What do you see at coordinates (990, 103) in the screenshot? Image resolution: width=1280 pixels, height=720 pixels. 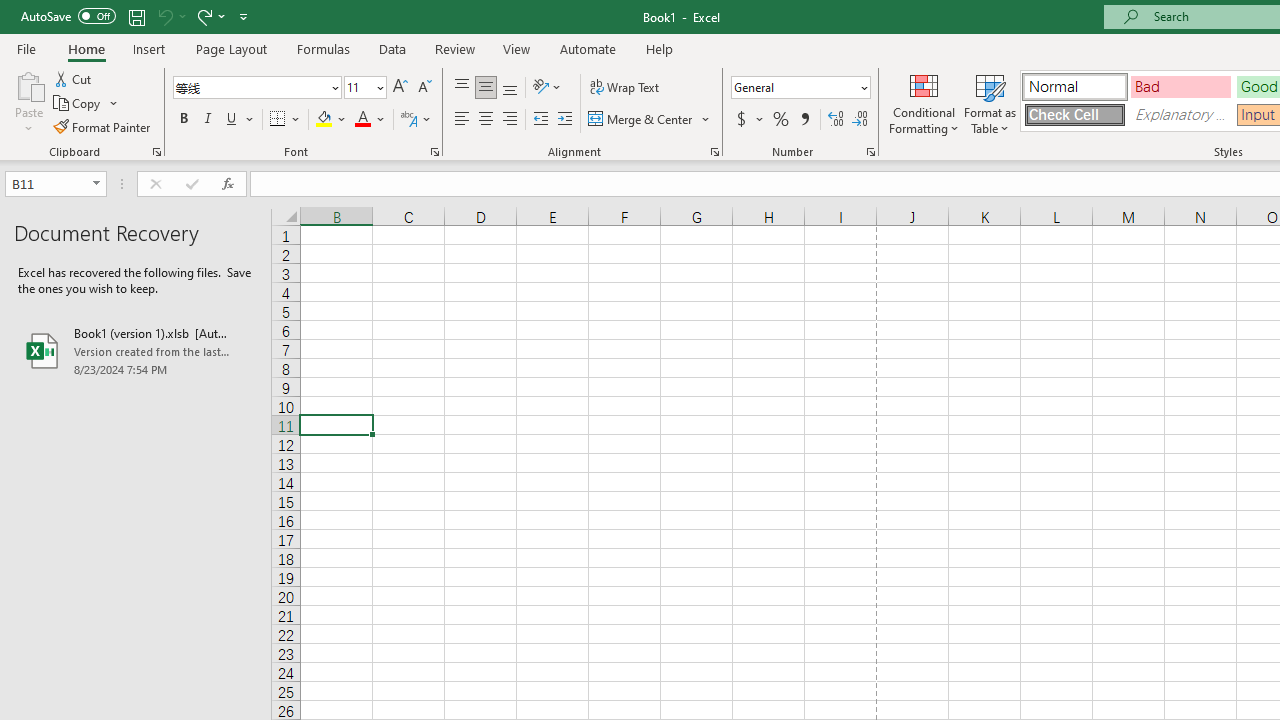 I see `'Format as Table'` at bounding box center [990, 103].